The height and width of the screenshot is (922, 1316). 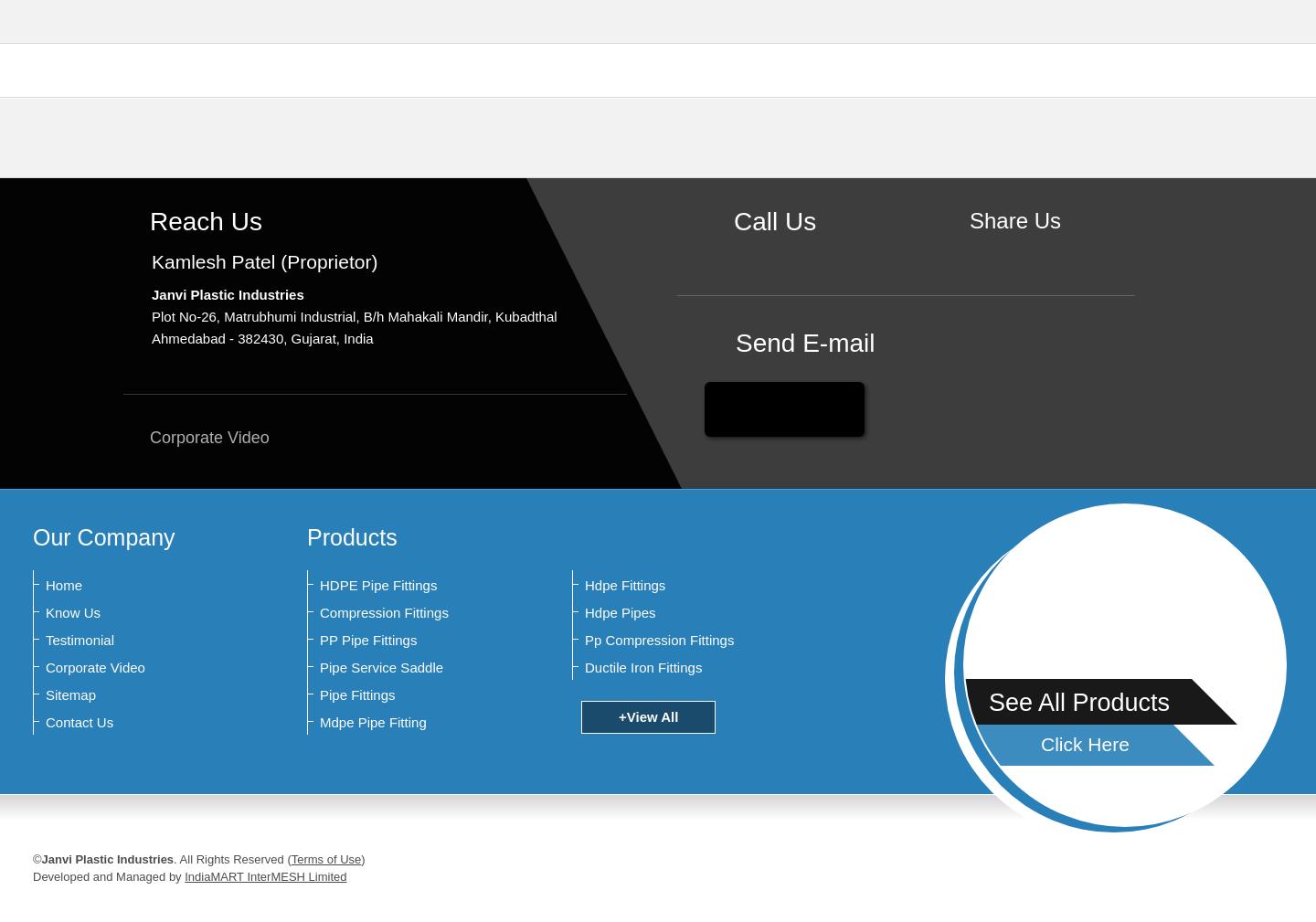 I want to click on 'Kamlesh Patel (Proprietor)', so click(x=263, y=260).